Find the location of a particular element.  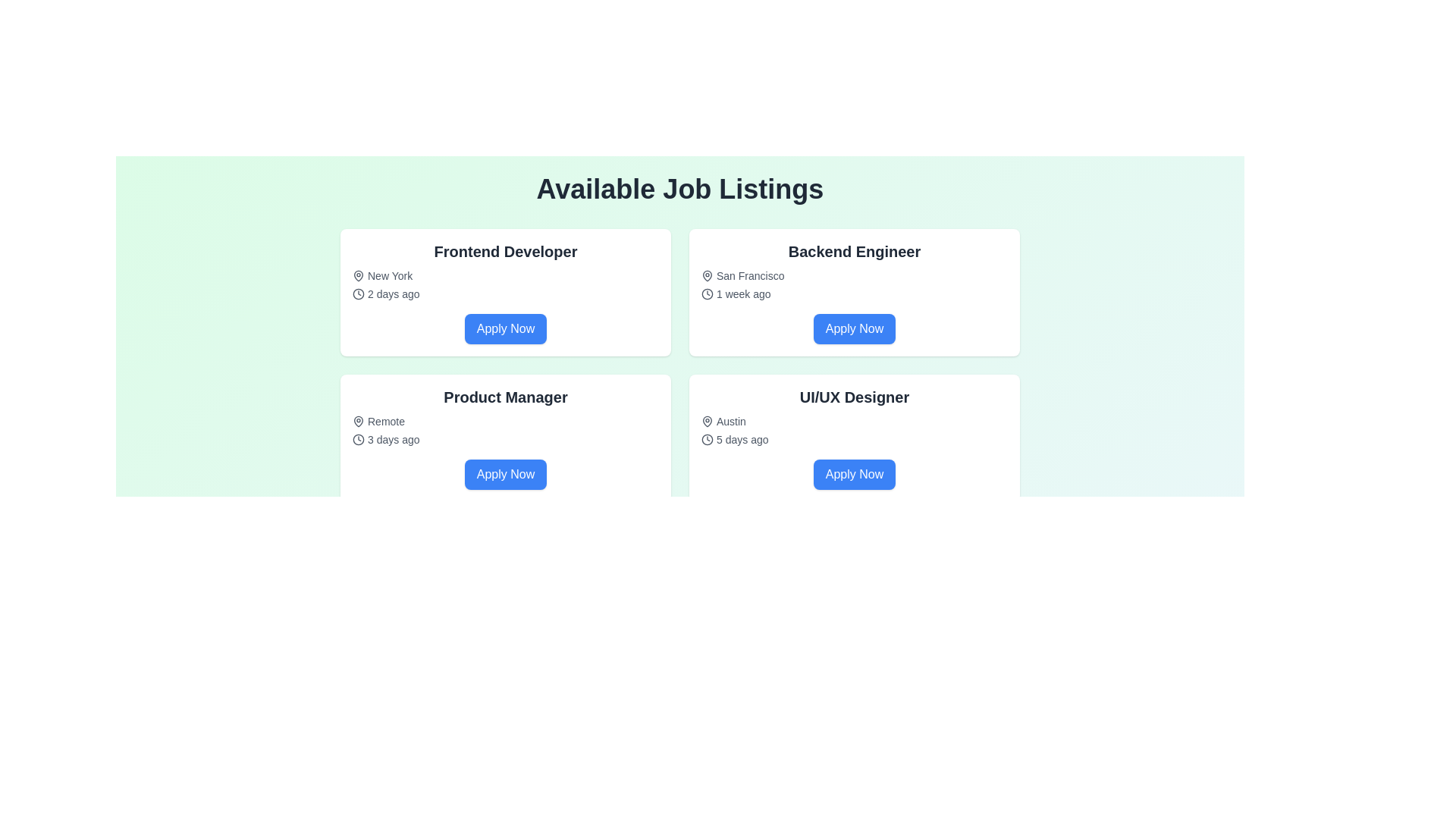

the SVG circle graphic representing the clock's face, located in the upper-left corner of the job posting card for 'Product Manager', below the location icon is located at coordinates (358, 439).